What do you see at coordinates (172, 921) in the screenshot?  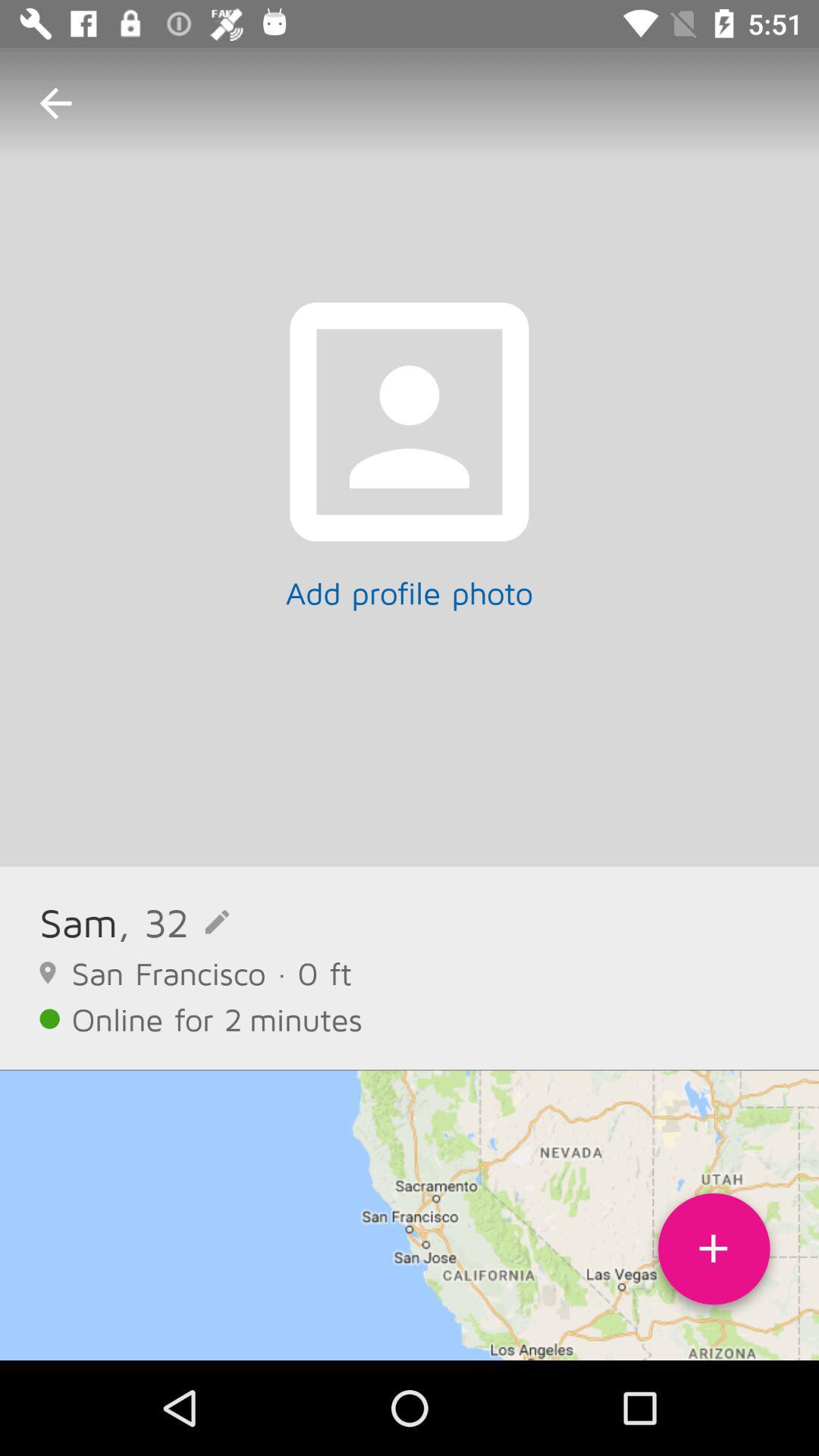 I see `icon next to sam item` at bounding box center [172, 921].